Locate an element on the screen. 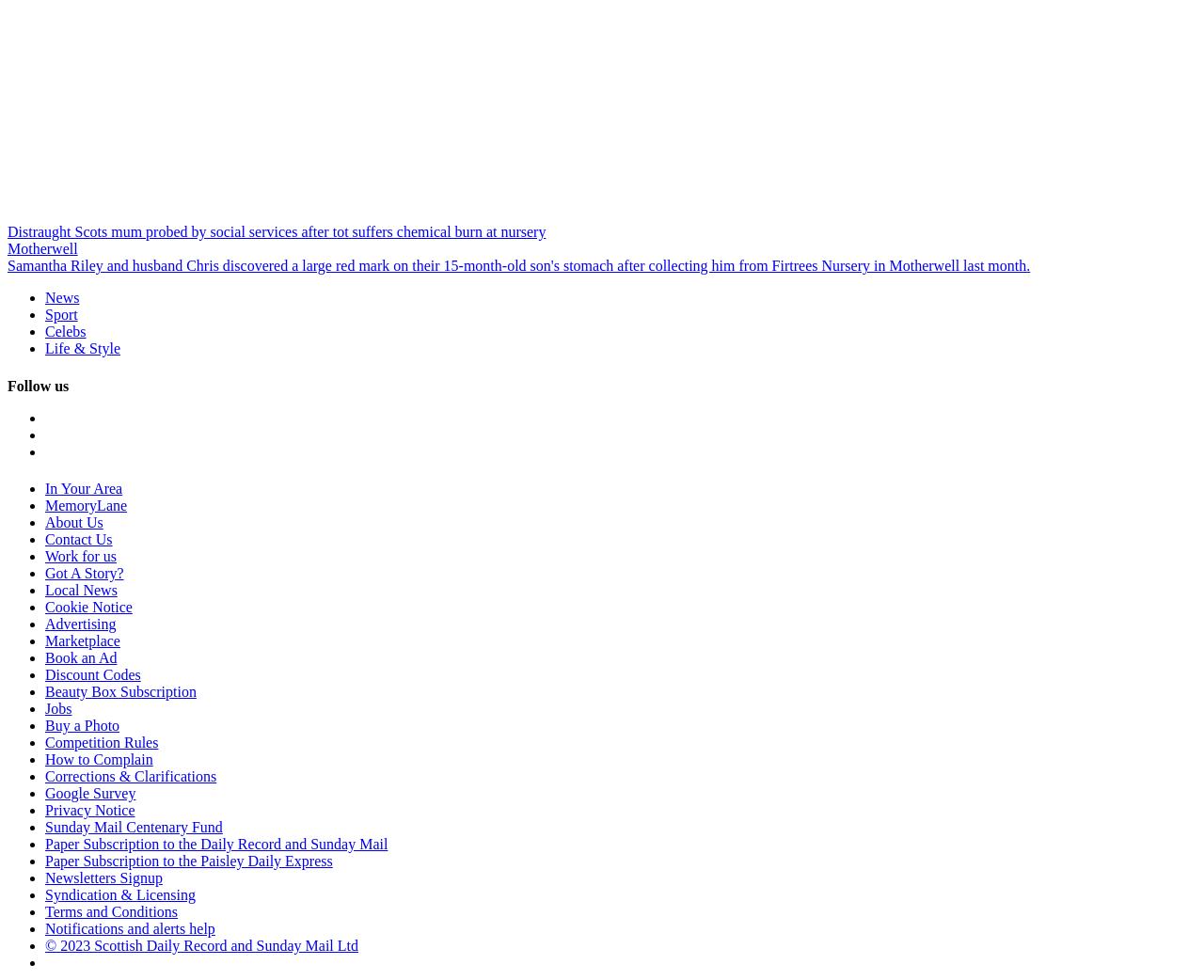 This screenshot has height=980, width=1204. 'Book an Ad' is located at coordinates (80, 656).